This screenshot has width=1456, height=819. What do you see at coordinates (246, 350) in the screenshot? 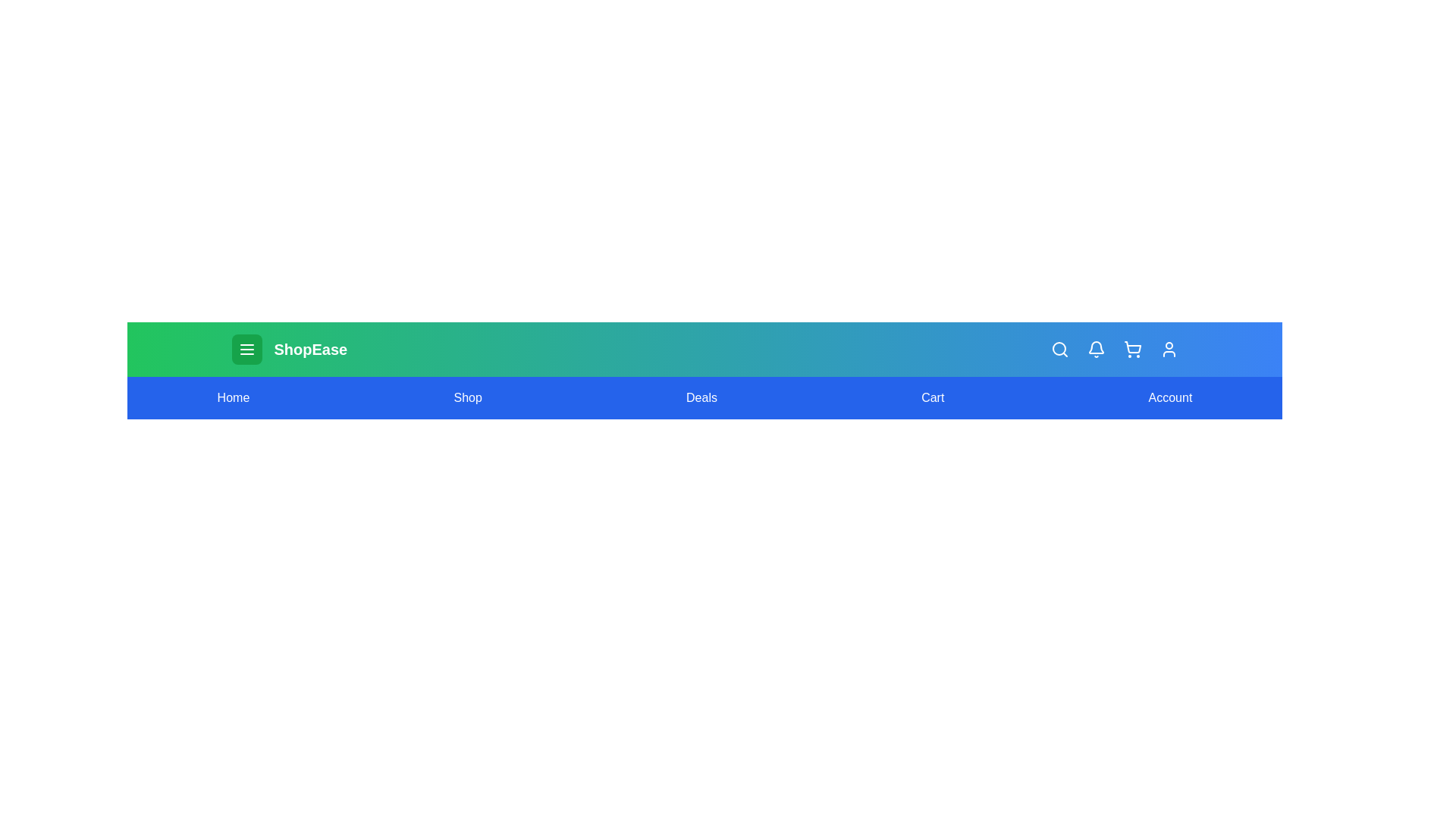
I see `menu button to toggle the navigation menu` at bounding box center [246, 350].